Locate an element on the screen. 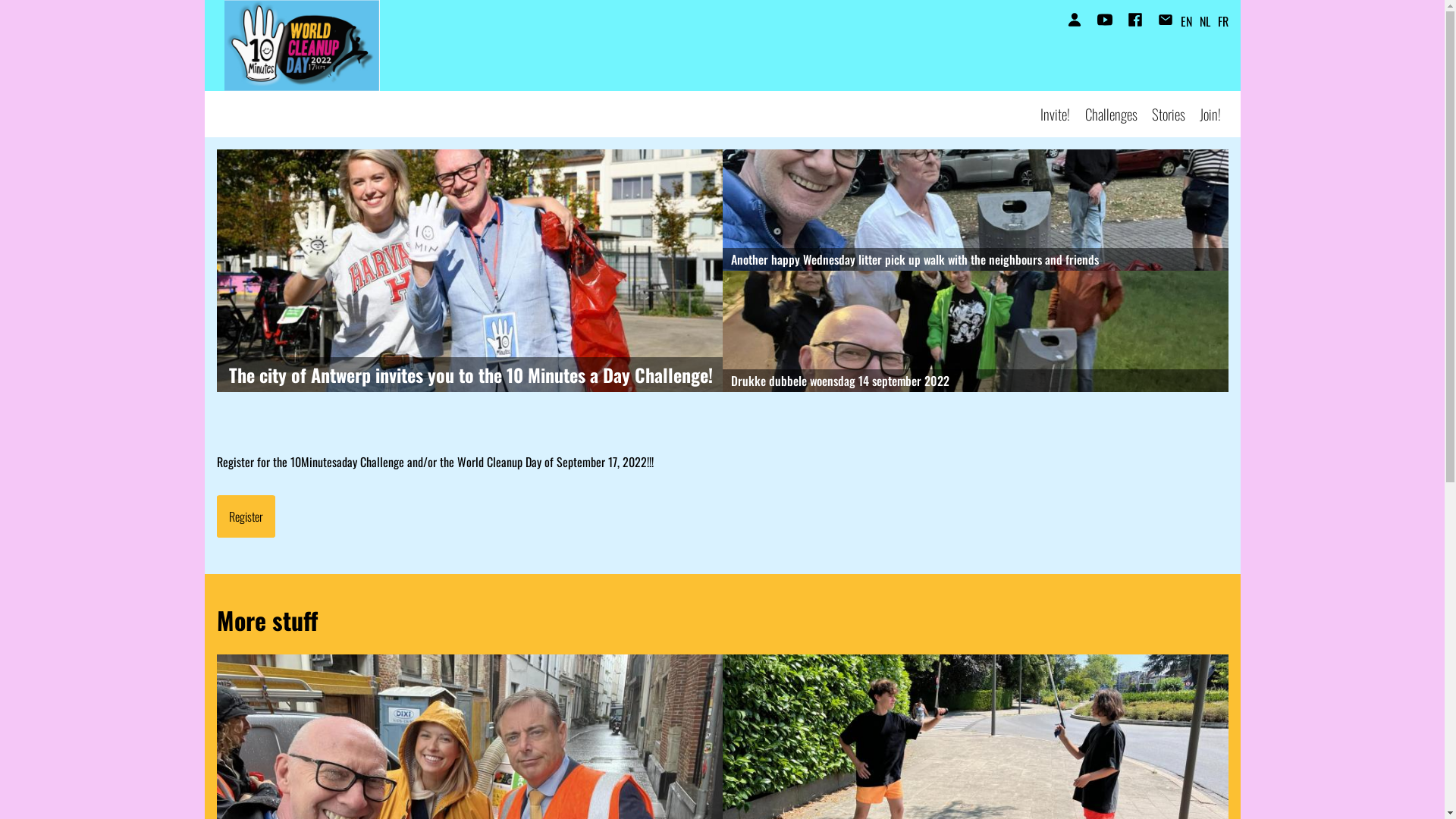 Image resolution: width=1456 pixels, height=819 pixels. 'Register' is located at coordinates (246, 516).